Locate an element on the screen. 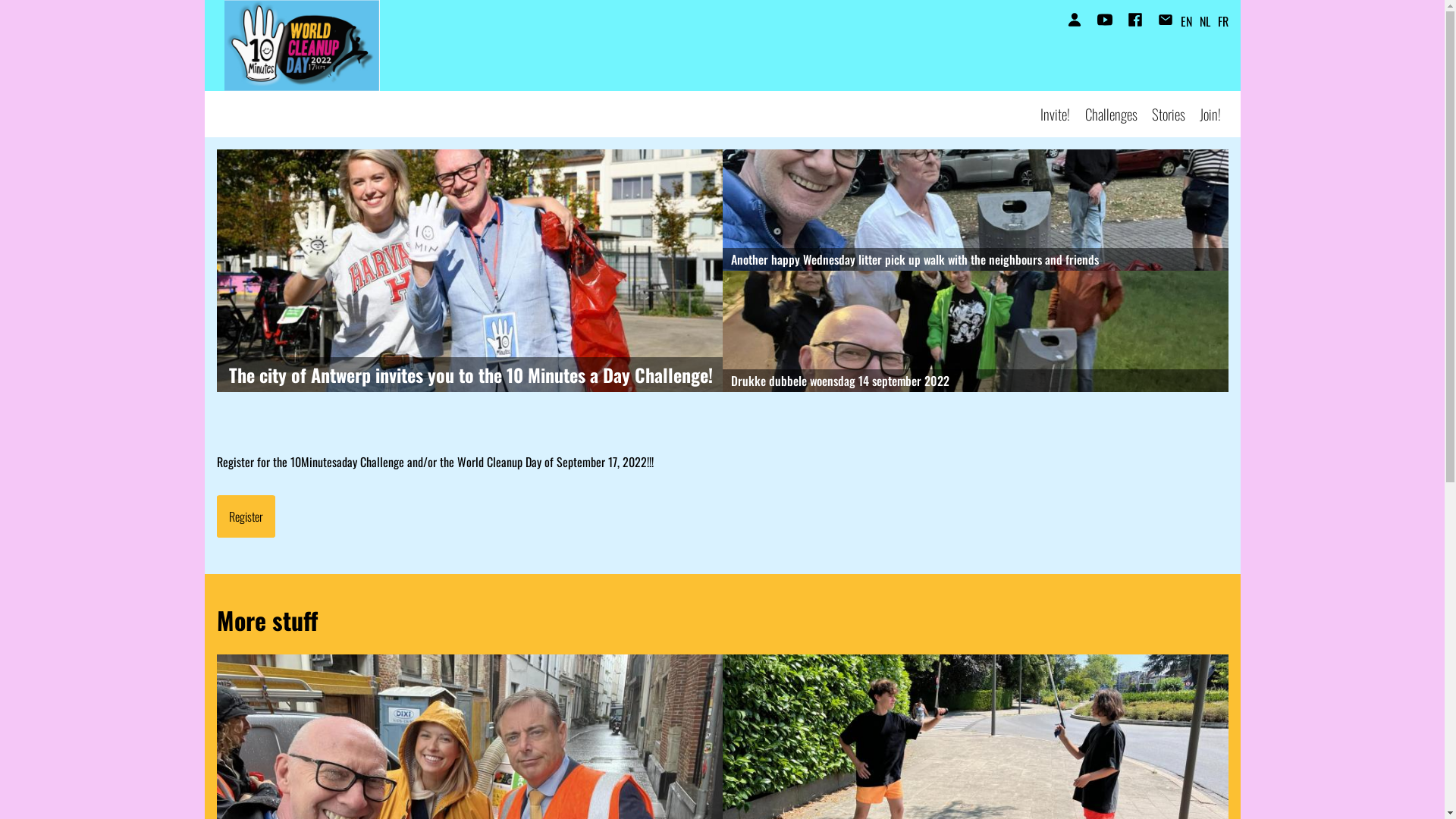 Image resolution: width=1456 pixels, height=819 pixels. 'Register' is located at coordinates (246, 516).